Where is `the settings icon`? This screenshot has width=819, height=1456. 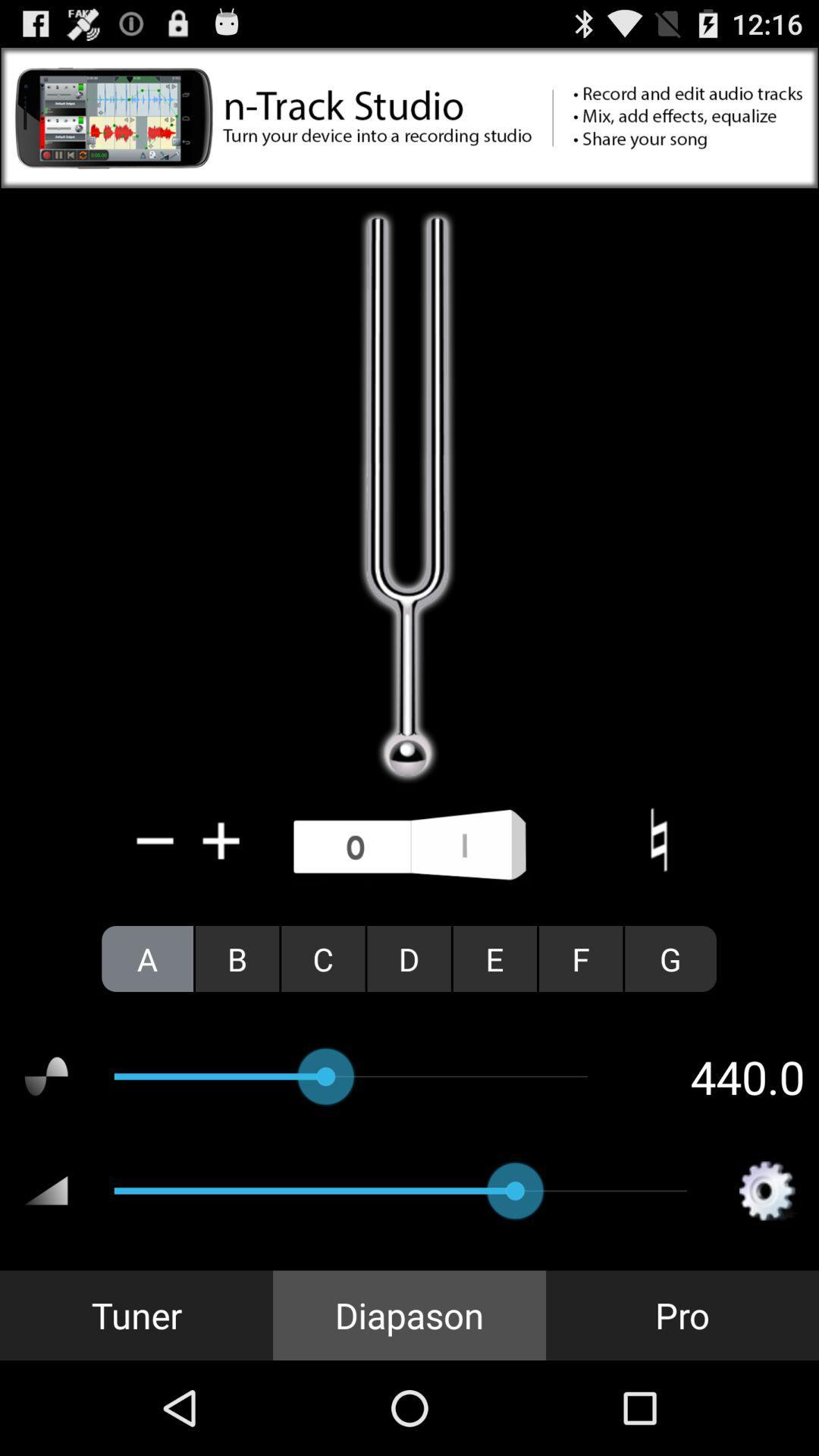 the settings icon is located at coordinates (769, 1274).